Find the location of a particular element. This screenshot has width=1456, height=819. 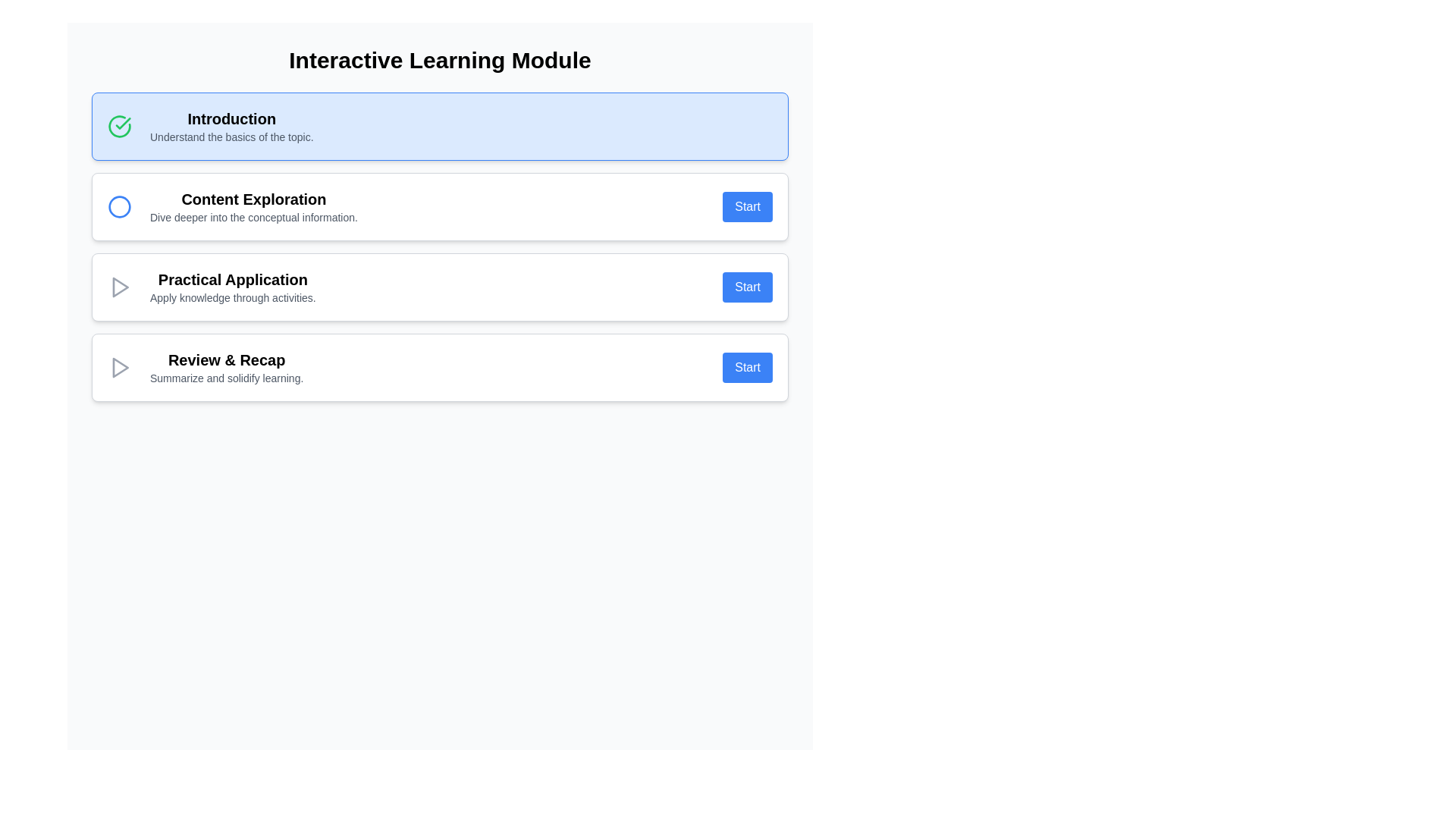

the 'Content Exploration' static text element, which serves as a visual cue to delineate sections of the interface is located at coordinates (254, 198).